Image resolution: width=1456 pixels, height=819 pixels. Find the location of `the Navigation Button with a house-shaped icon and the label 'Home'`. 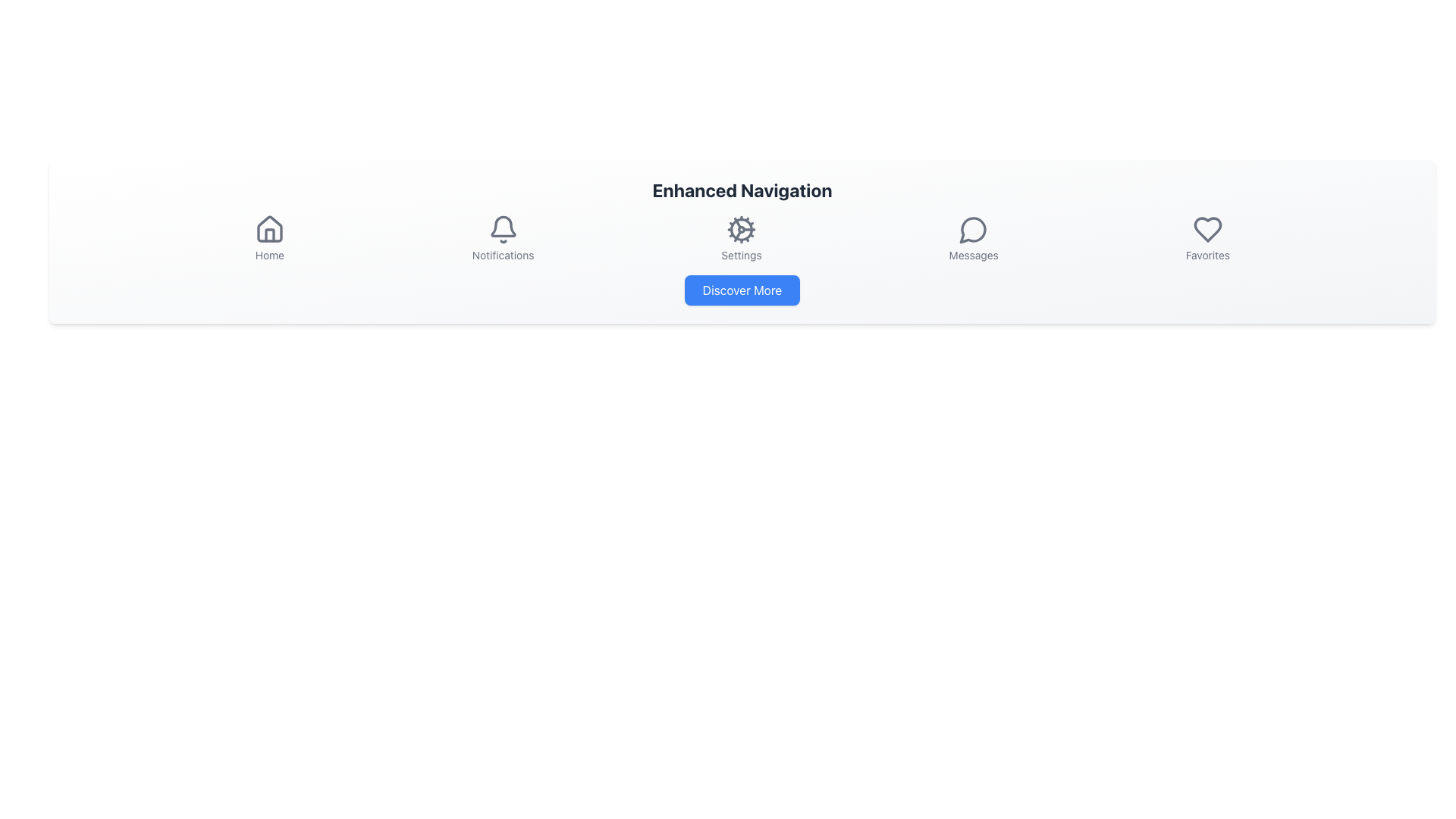

the Navigation Button with a house-shaped icon and the label 'Home' is located at coordinates (269, 239).